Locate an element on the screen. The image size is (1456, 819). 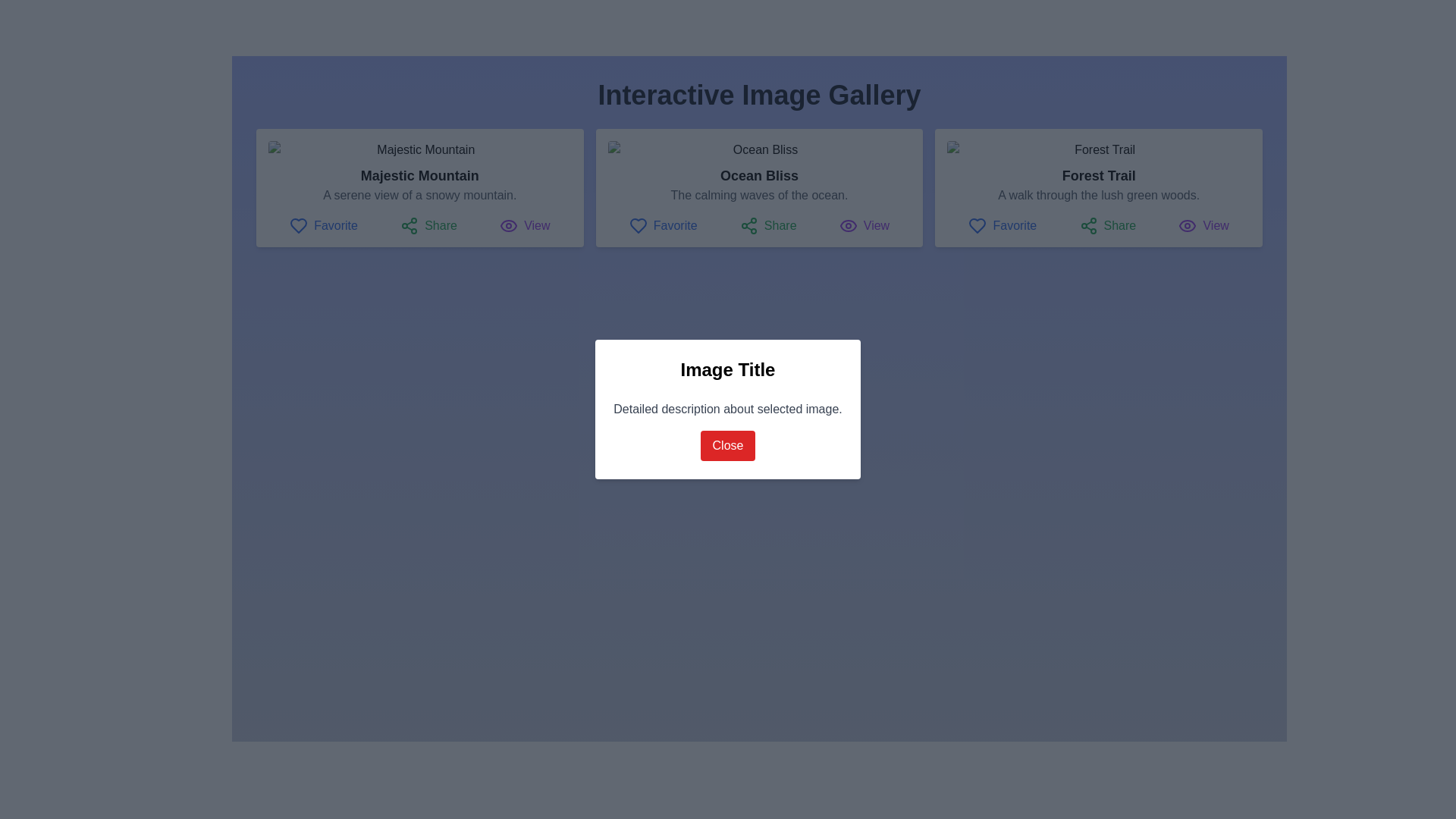
the blue heart icon button labeled 'Favorite' is located at coordinates (1002, 225).